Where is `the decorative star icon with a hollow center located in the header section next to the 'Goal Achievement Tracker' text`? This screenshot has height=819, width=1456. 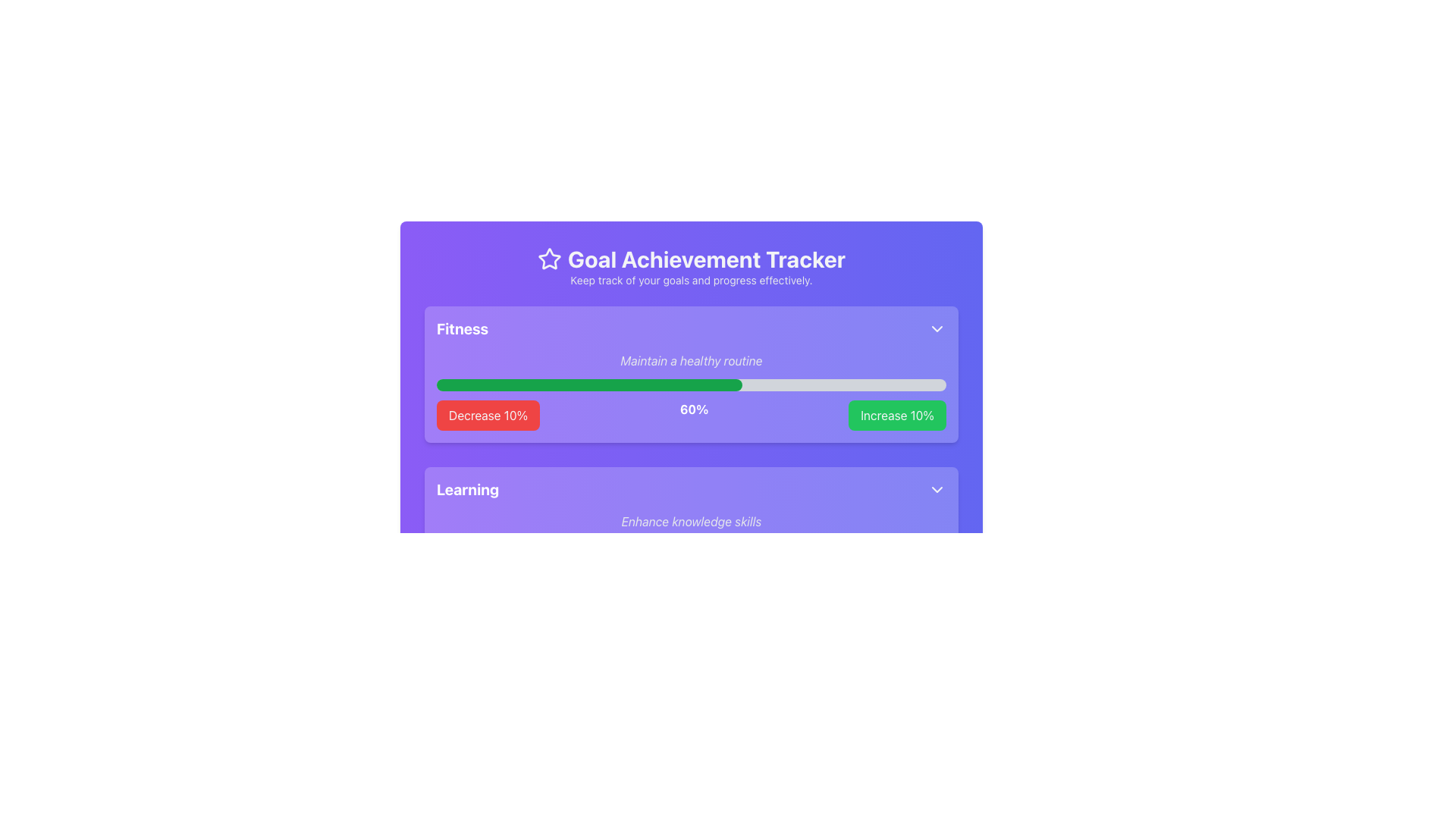
the decorative star icon with a hollow center located in the header section next to the 'Goal Achievement Tracker' text is located at coordinates (548, 258).